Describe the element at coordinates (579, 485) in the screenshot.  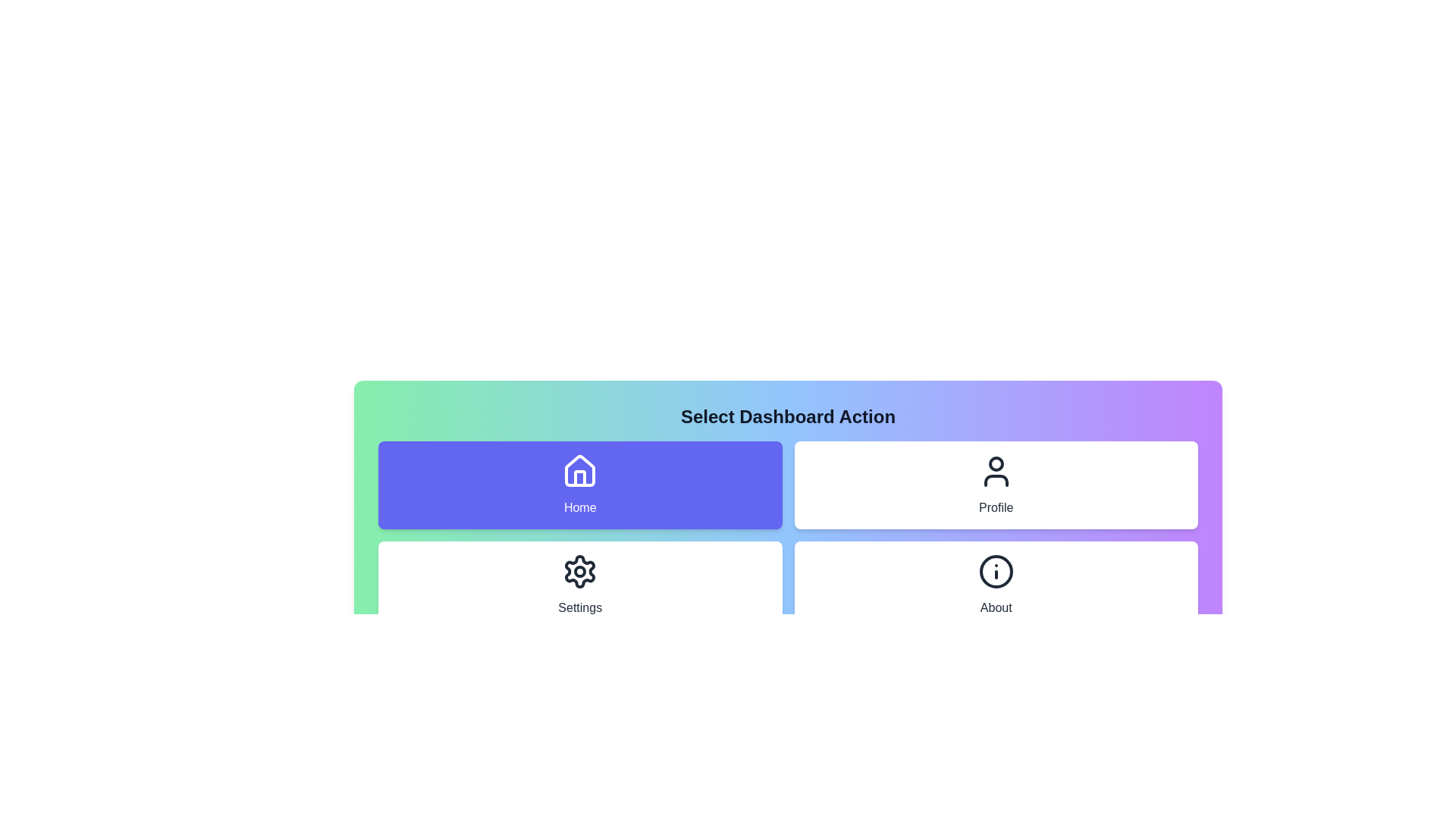
I see `the Home button to observe its visual effect` at that location.